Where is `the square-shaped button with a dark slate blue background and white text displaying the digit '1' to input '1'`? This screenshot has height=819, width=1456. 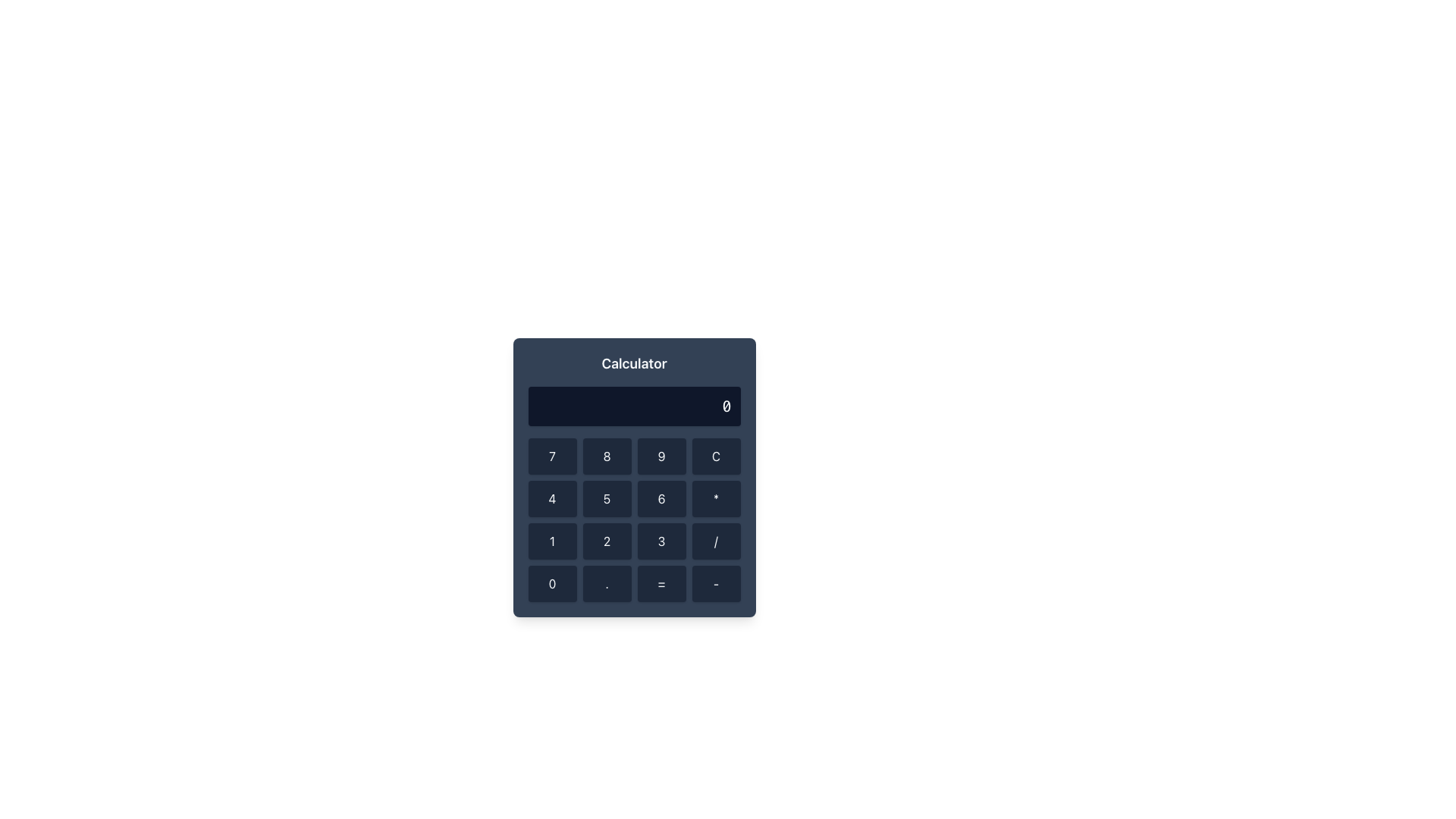
the square-shaped button with a dark slate blue background and white text displaying the digit '1' to input '1' is located at coordinates (551, 540).